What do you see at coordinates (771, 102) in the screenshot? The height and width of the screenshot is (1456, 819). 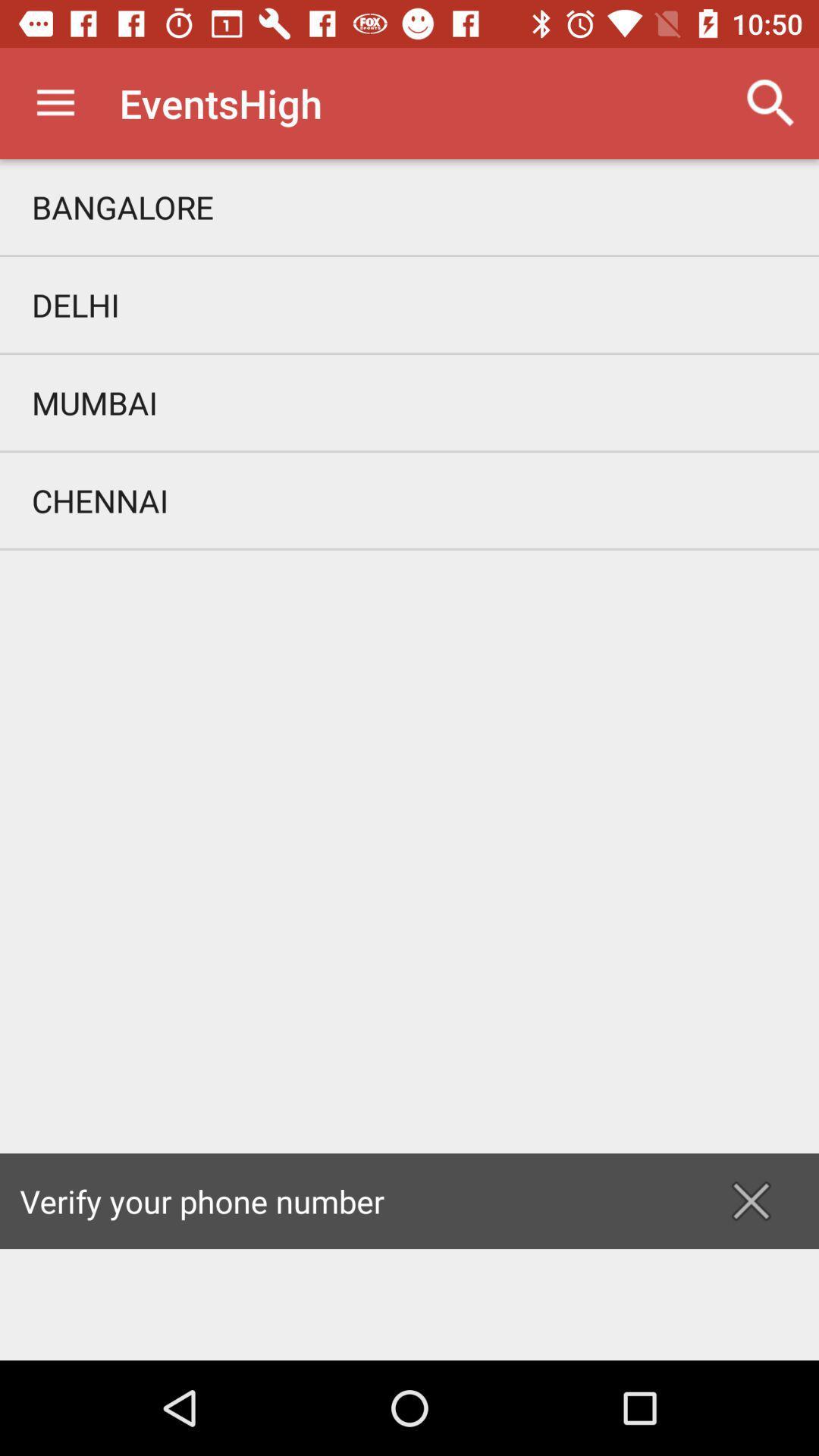 I see `icon to the right of the eventshigh app` at bounding box center [771, 102].